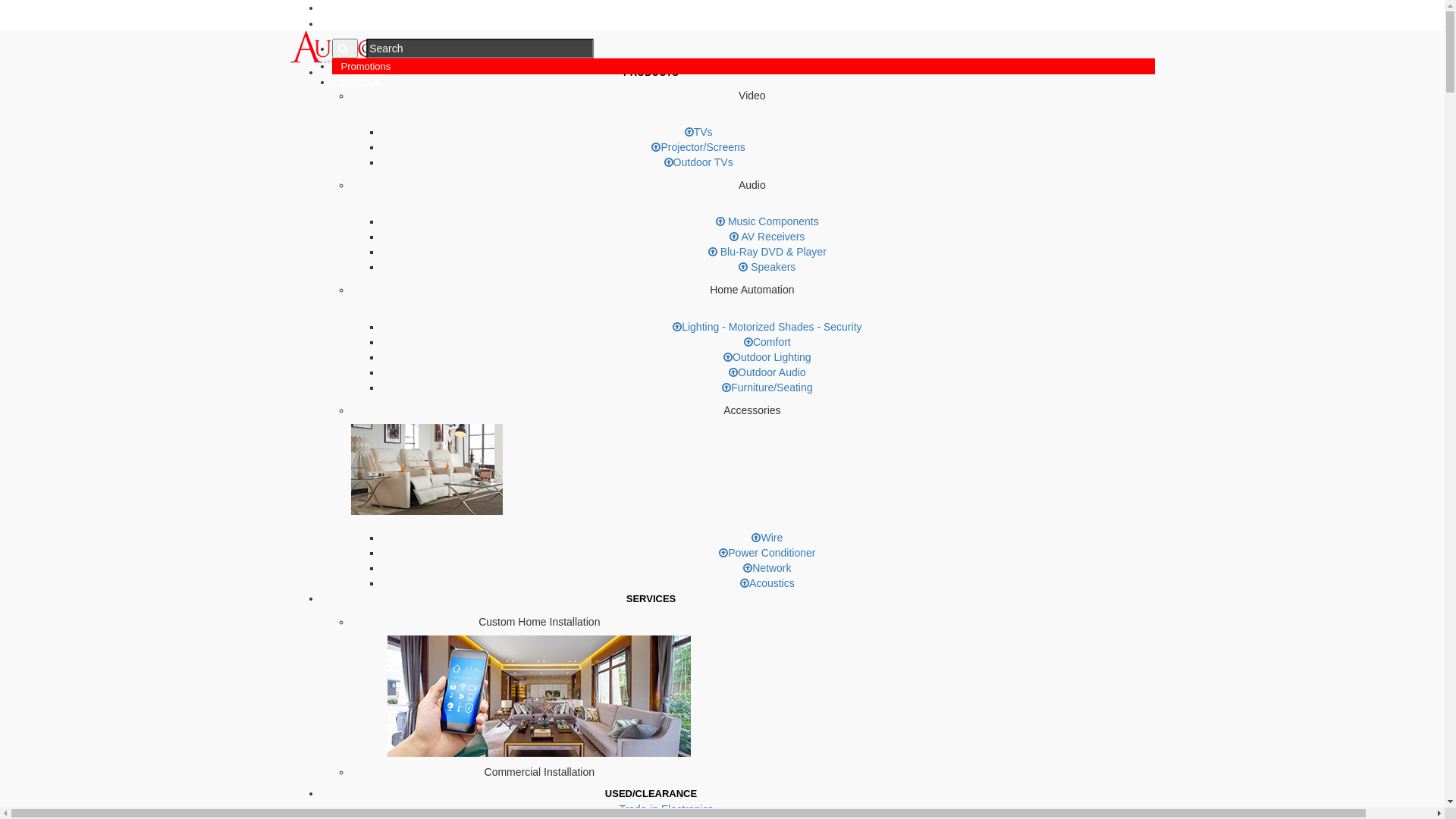 This screenshot has width=1456, height=819. What do you see at coordinates (767, 386) in the screenshot?
I see `'Furniture/Seating'` at bounding box center [767, 386].